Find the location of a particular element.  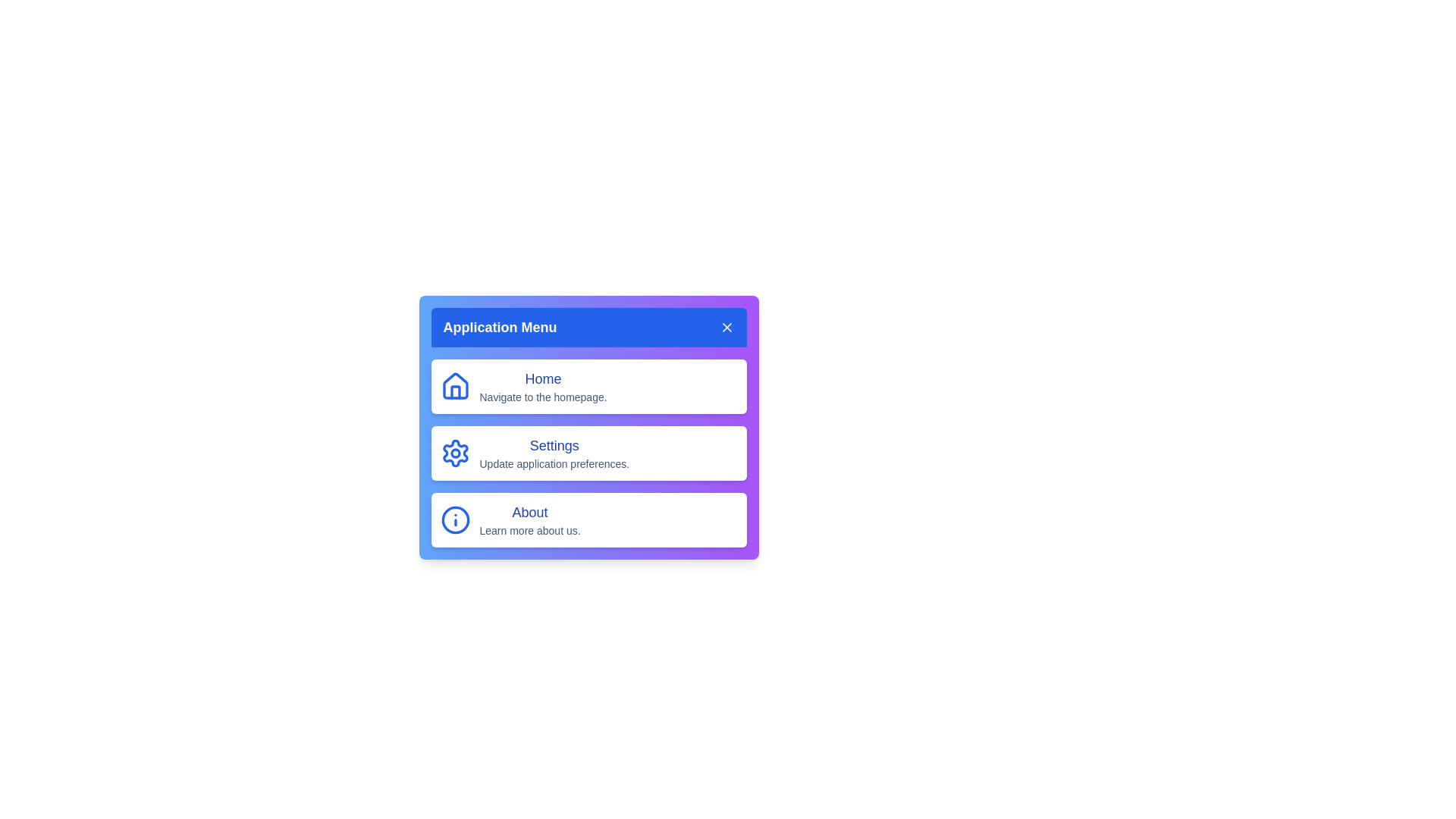

the description of the About menu item is located at coordinates (530, 529).